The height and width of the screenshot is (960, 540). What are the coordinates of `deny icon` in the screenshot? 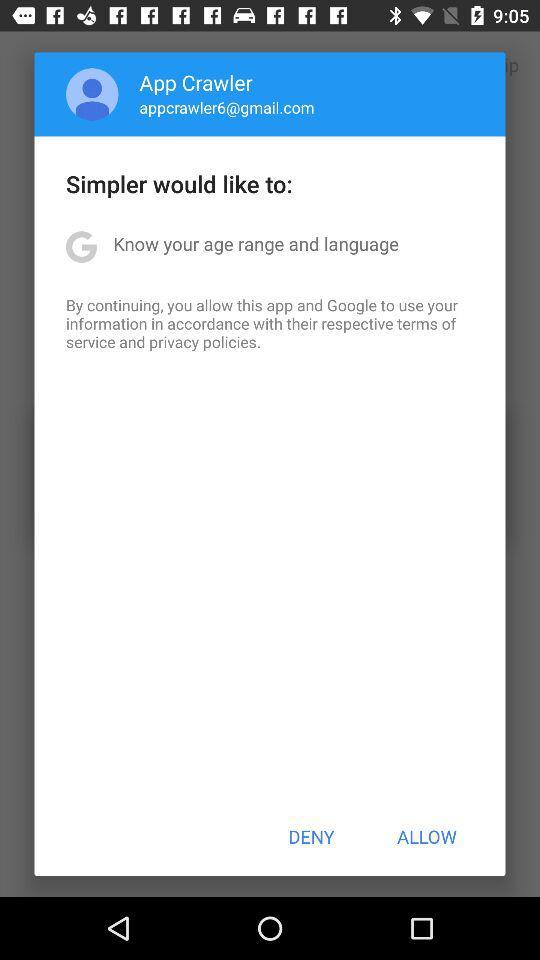 It's located at (311, 836).